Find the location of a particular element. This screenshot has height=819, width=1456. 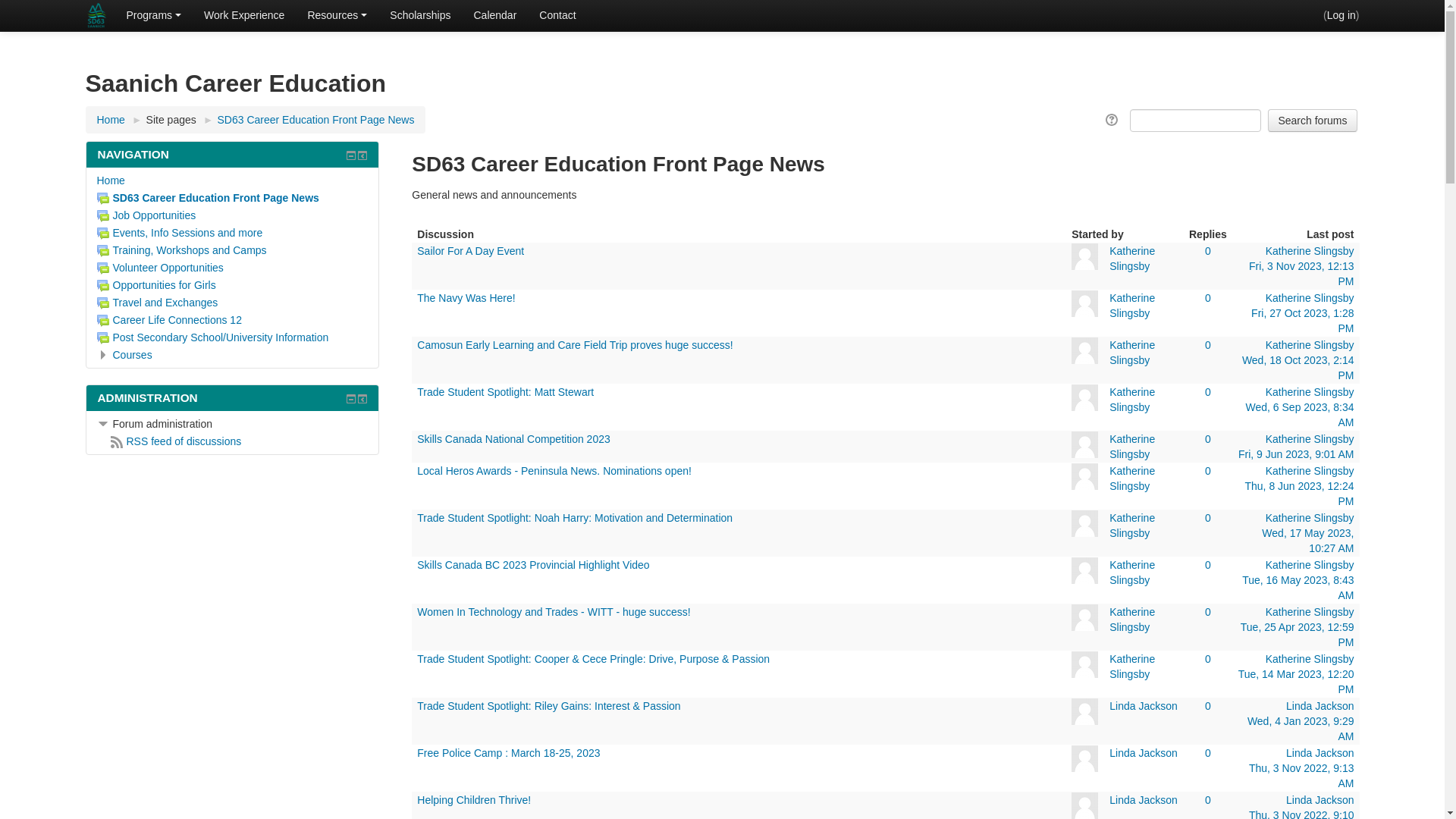

'Katherine Slingsby' is located at coordinates (1131, 257).